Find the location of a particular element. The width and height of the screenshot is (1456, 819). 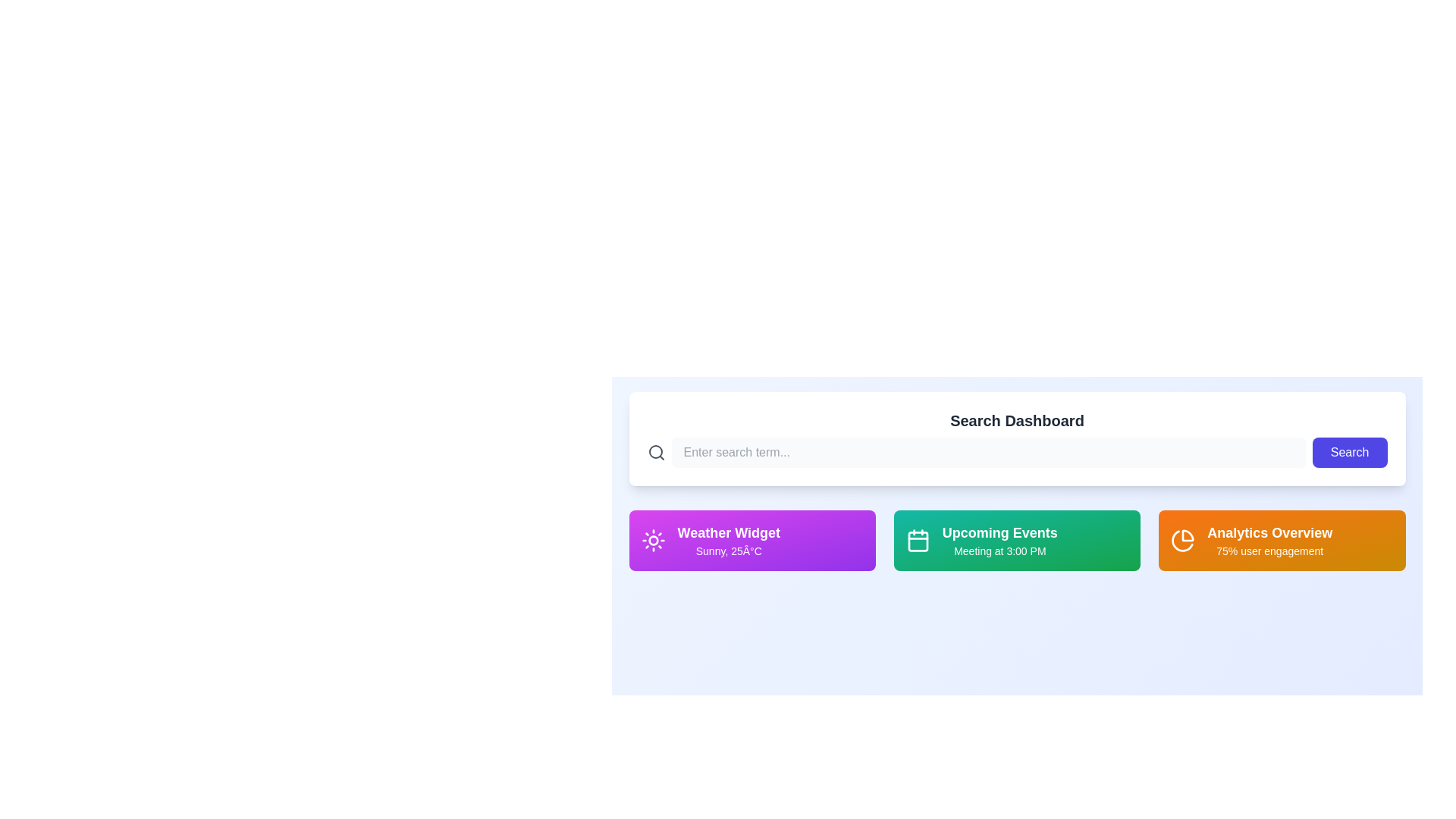

the informational text label displaying '75% user engagement' located within the orange card labeled 'Analytics Overview', positioned just below the main heading is located at coordinates (1269, 551).